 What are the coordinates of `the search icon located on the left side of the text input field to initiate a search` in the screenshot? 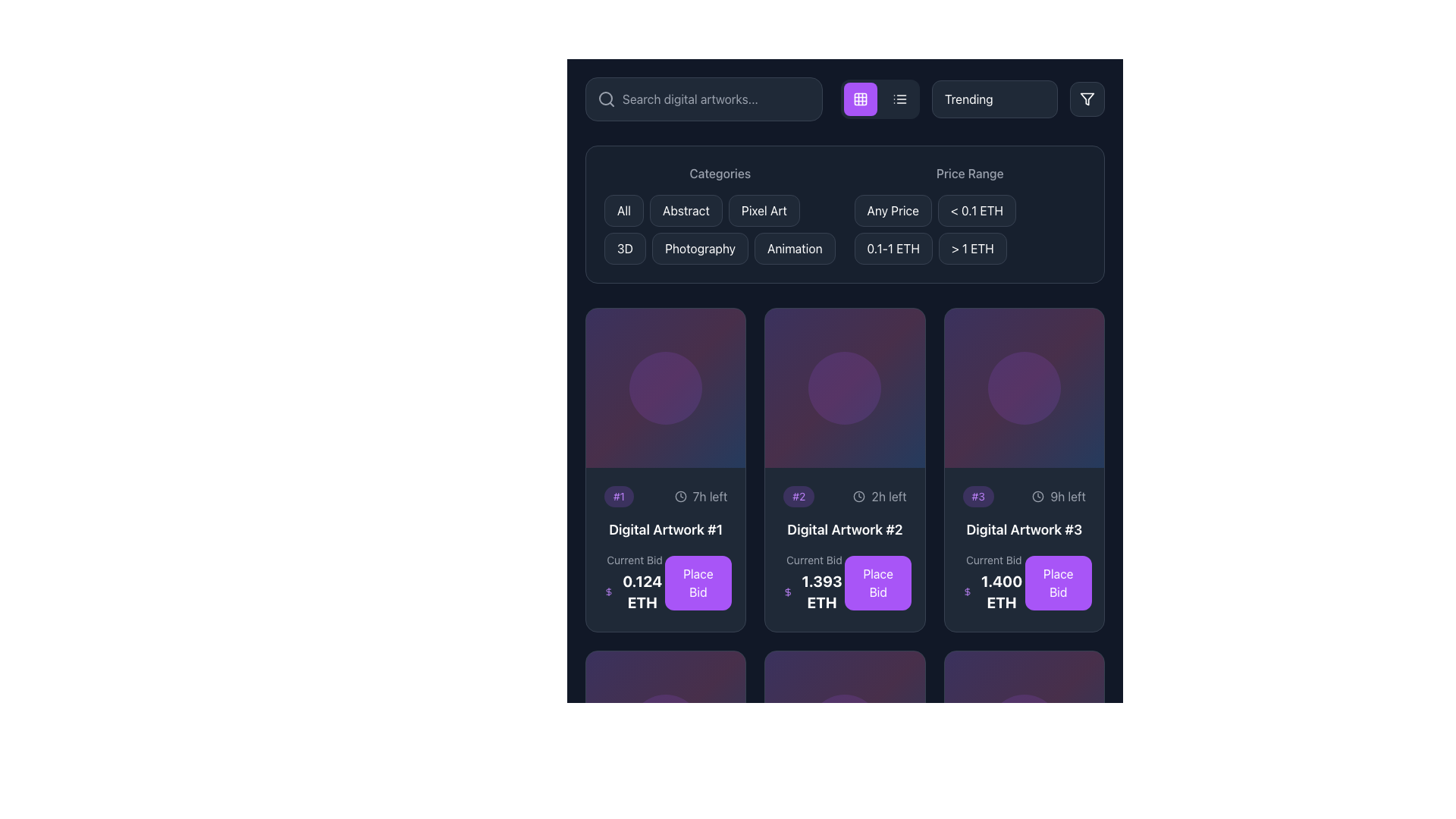 It's located at (607, 99).